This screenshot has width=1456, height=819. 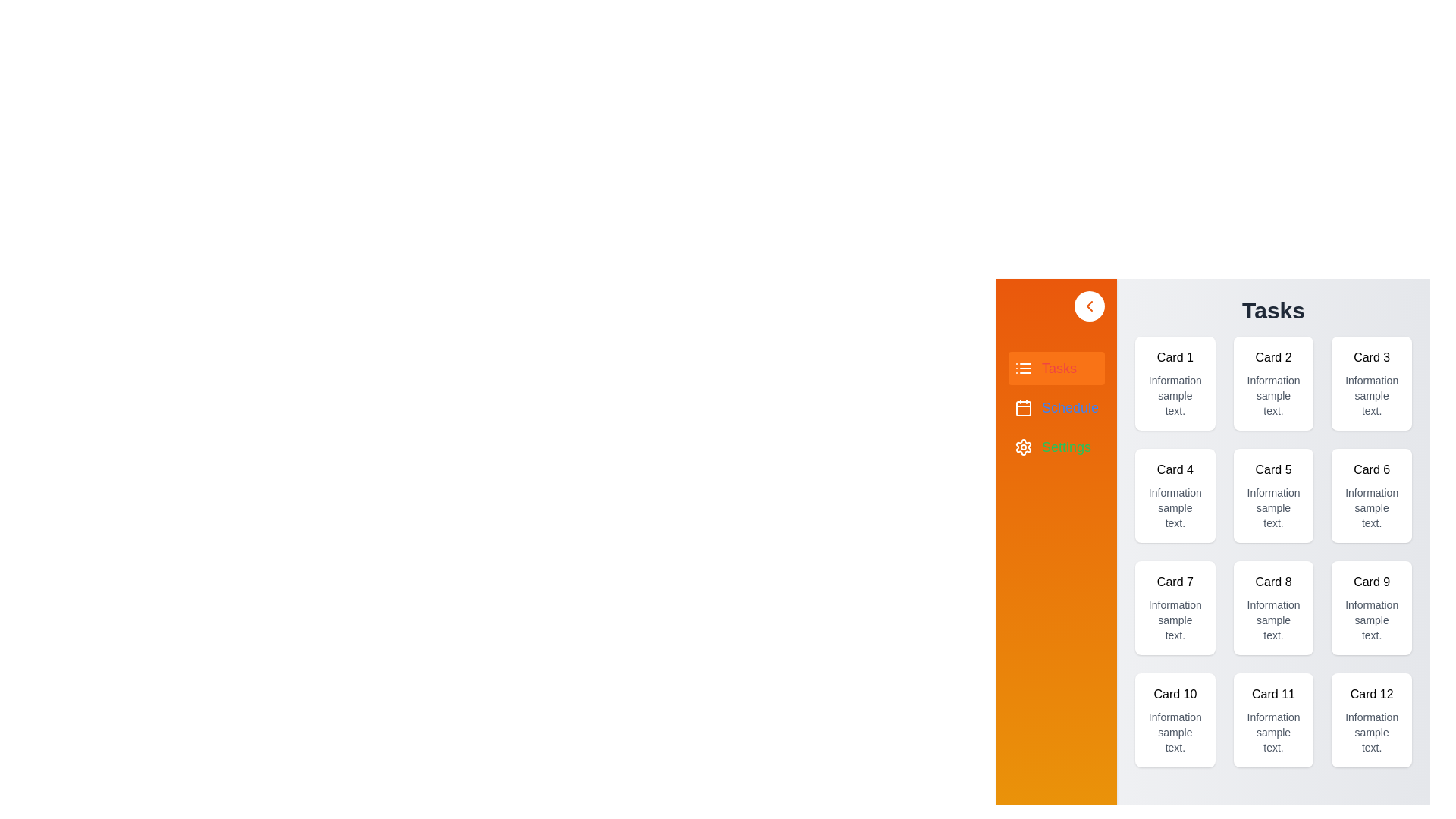 I want to click on the Tasks section in the drawer, so click(x=1055, y=369).